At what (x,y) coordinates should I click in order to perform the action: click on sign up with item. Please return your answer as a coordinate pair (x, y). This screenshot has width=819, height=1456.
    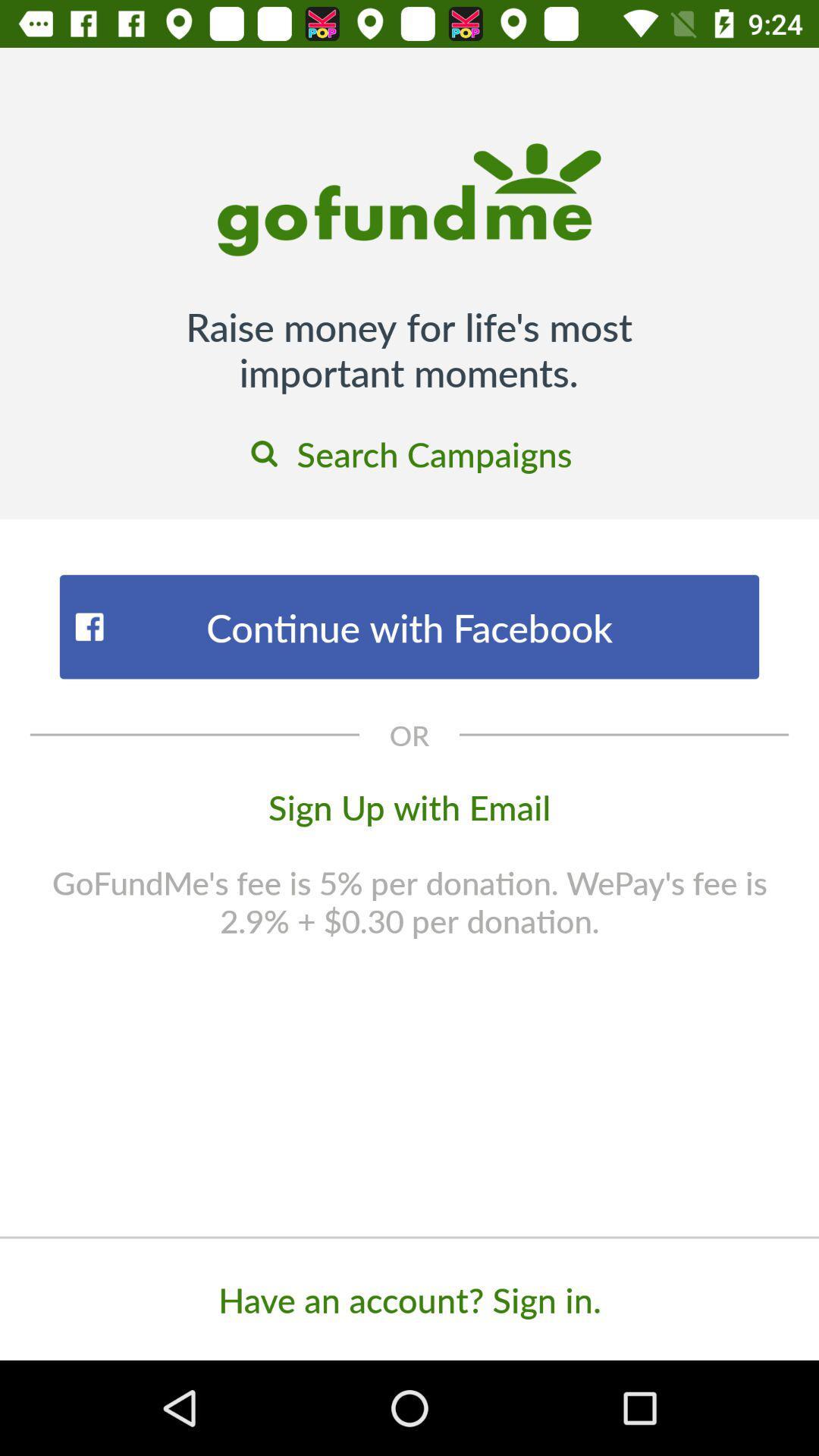
    Looking at the image, I should click on (409, 805).